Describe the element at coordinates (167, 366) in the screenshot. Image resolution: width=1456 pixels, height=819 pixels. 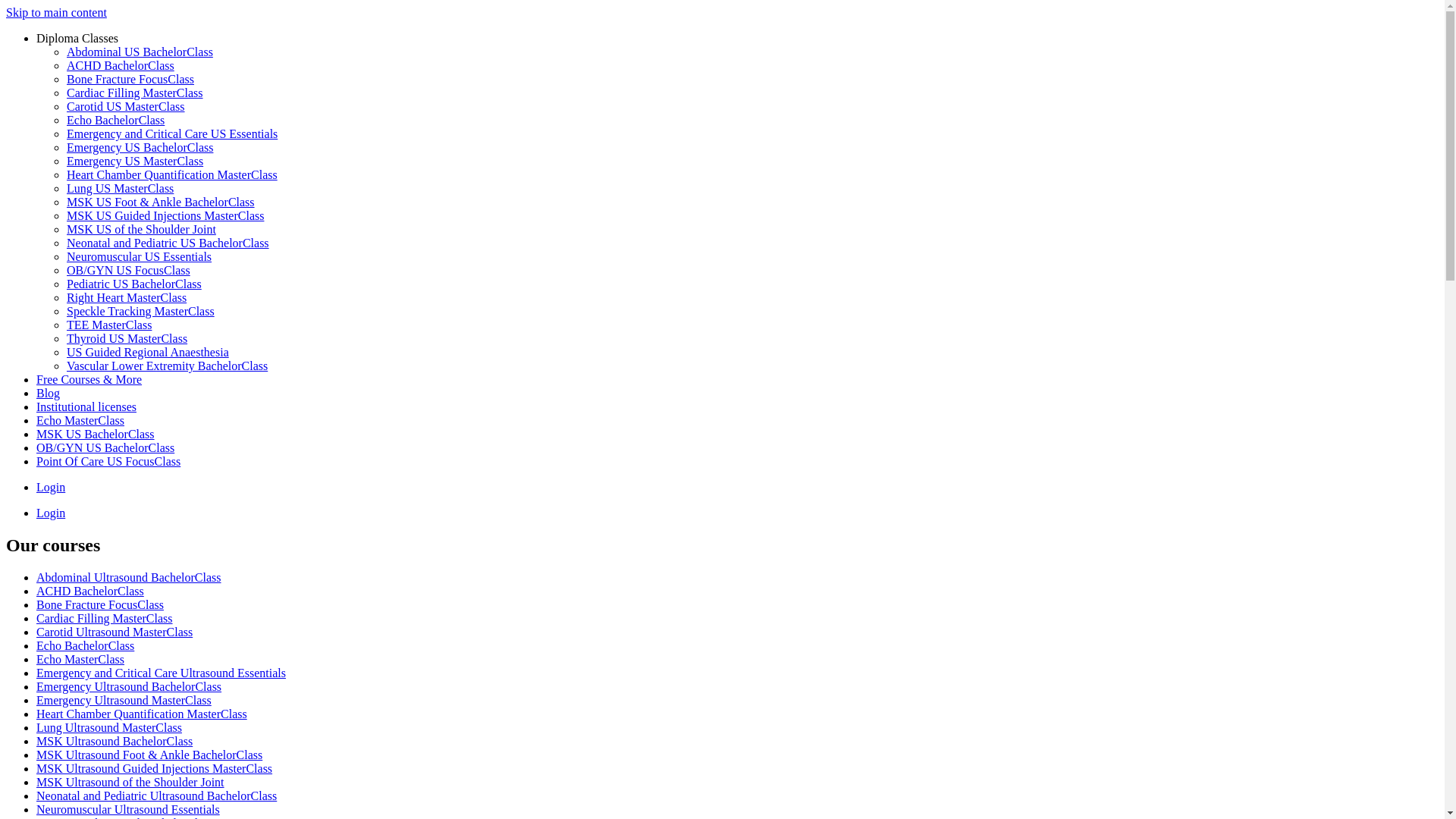
I see `'Vascular Lower Extremity BachelorClass'` at that location.